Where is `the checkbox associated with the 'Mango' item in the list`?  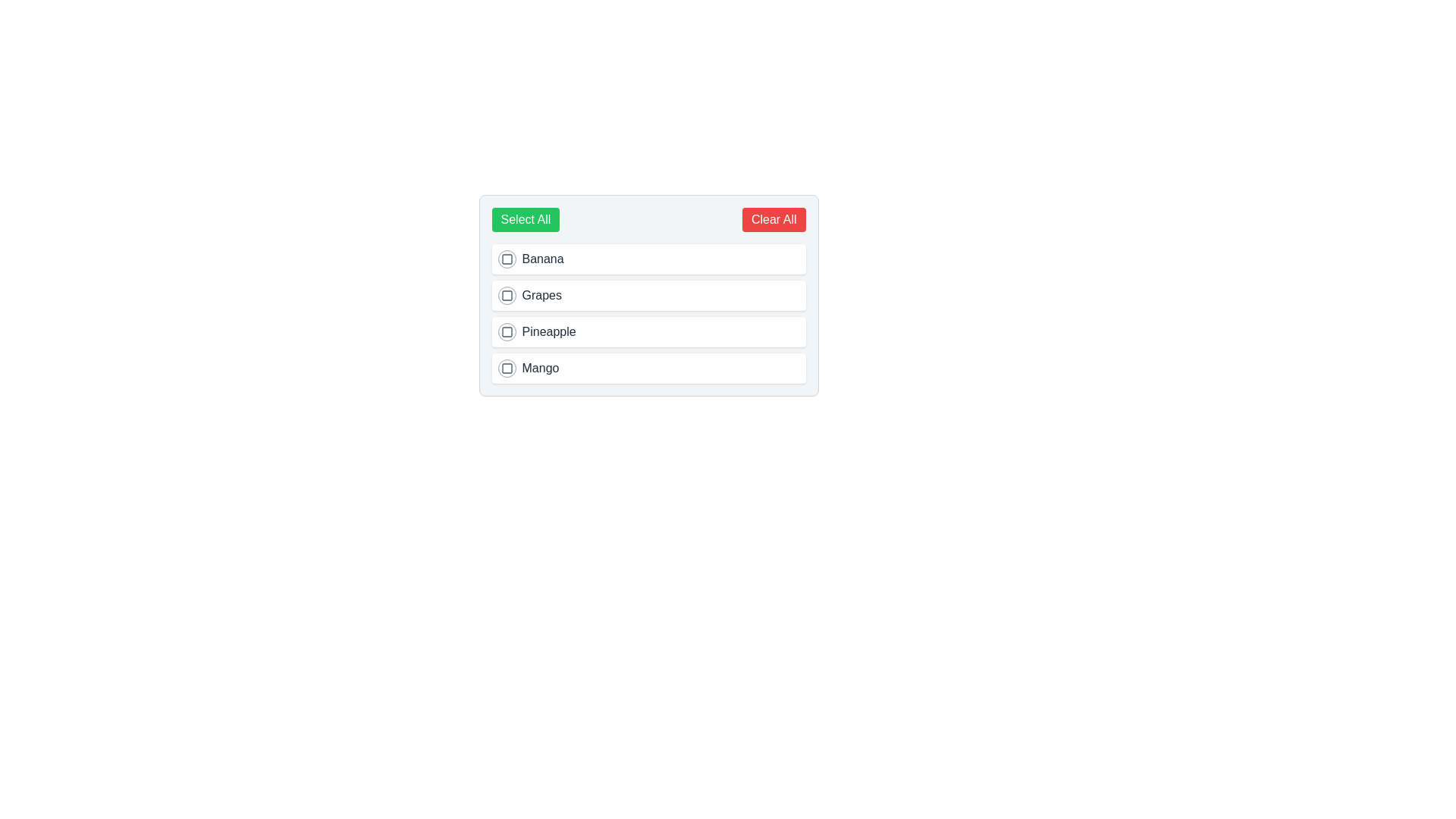 the checkbox associated with the 'Mango' item in the list is located at coordinates (507, 369).